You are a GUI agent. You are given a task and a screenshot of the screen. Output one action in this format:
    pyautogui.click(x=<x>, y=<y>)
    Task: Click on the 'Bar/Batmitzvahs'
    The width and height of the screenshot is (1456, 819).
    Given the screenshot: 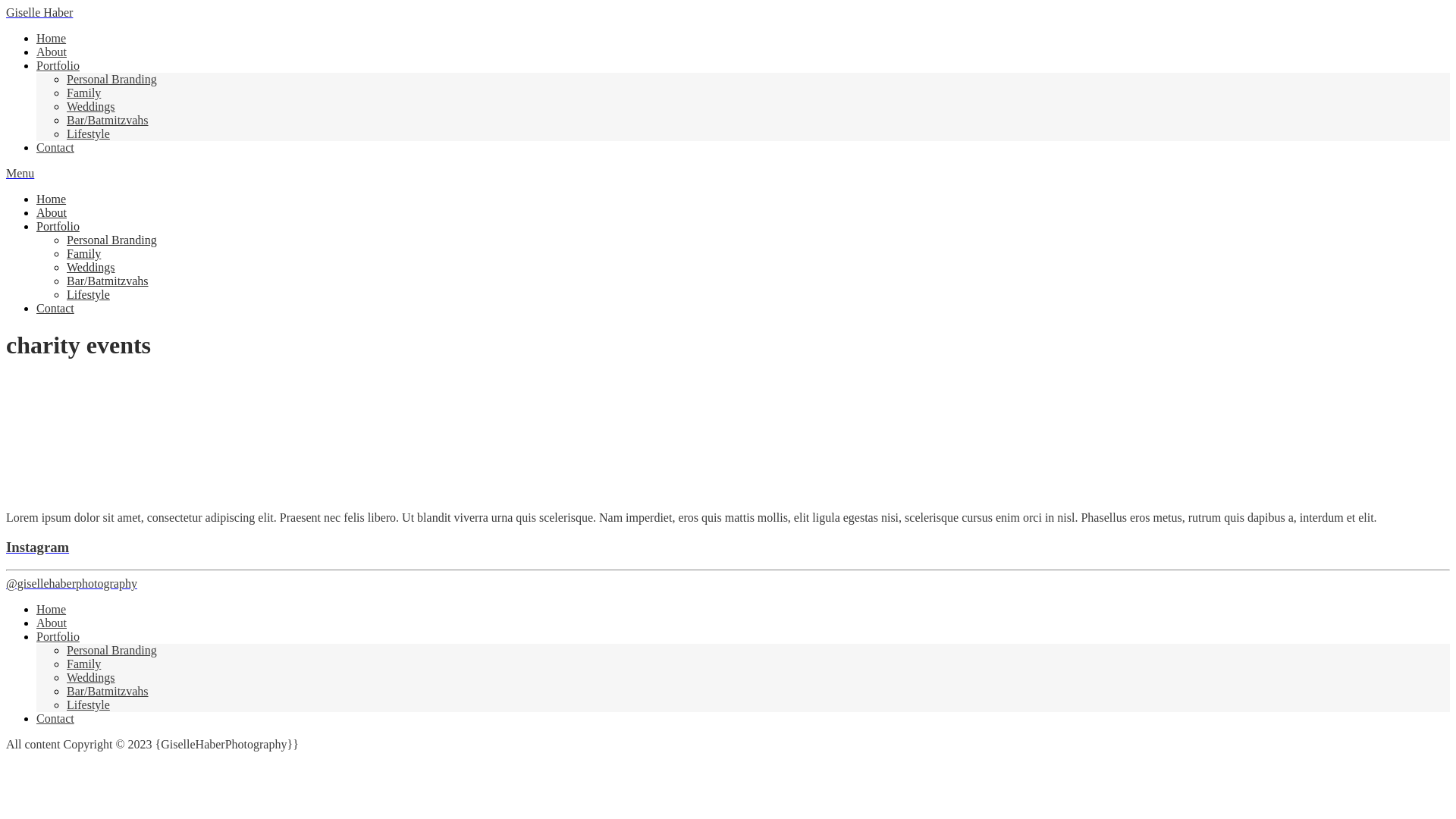 What is the action you would take?
    pyautogui.click(x=107, y=119)
    